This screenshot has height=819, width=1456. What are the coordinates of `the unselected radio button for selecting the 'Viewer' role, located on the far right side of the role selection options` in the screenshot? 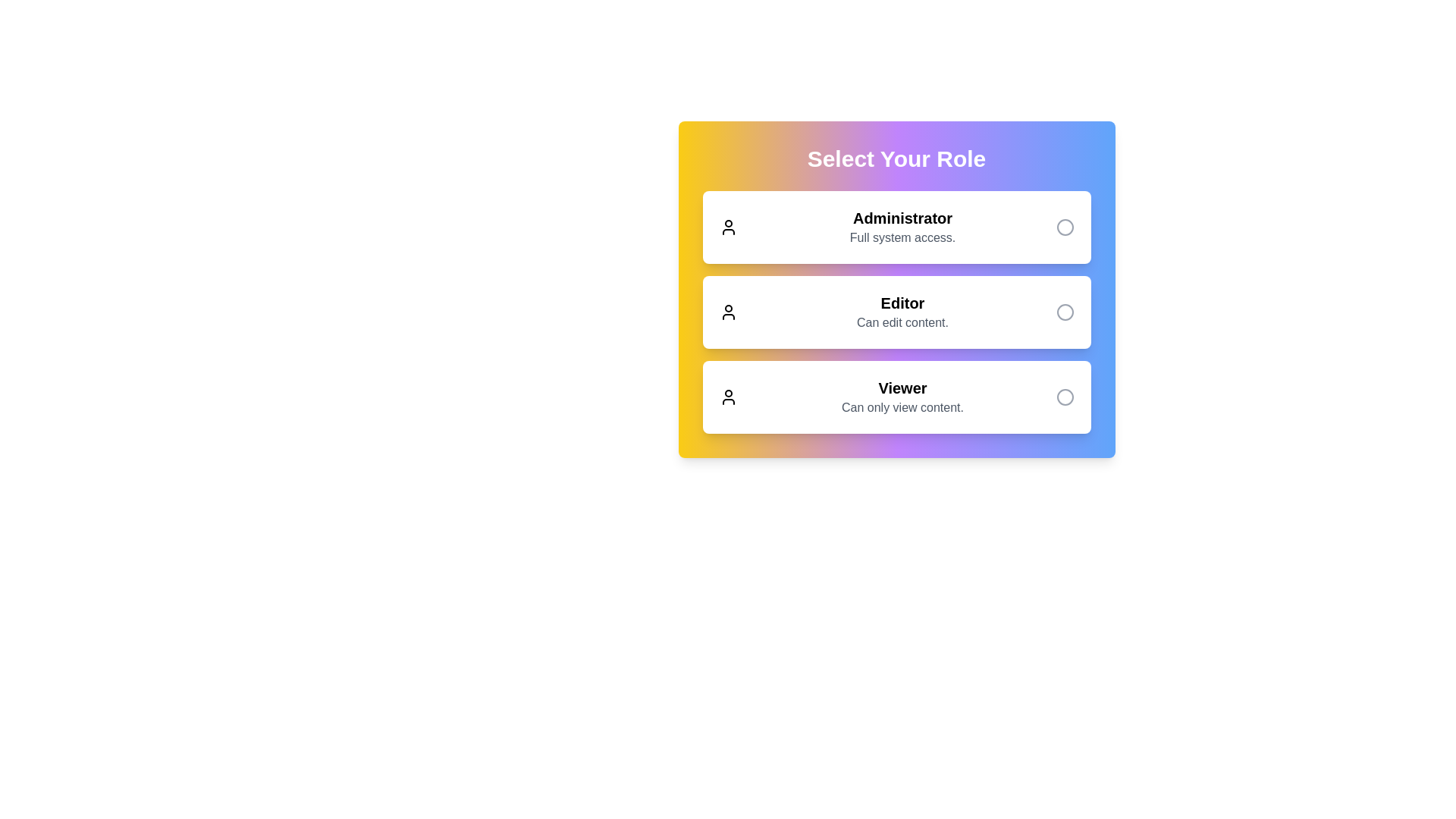 It's located at (1064, 397).